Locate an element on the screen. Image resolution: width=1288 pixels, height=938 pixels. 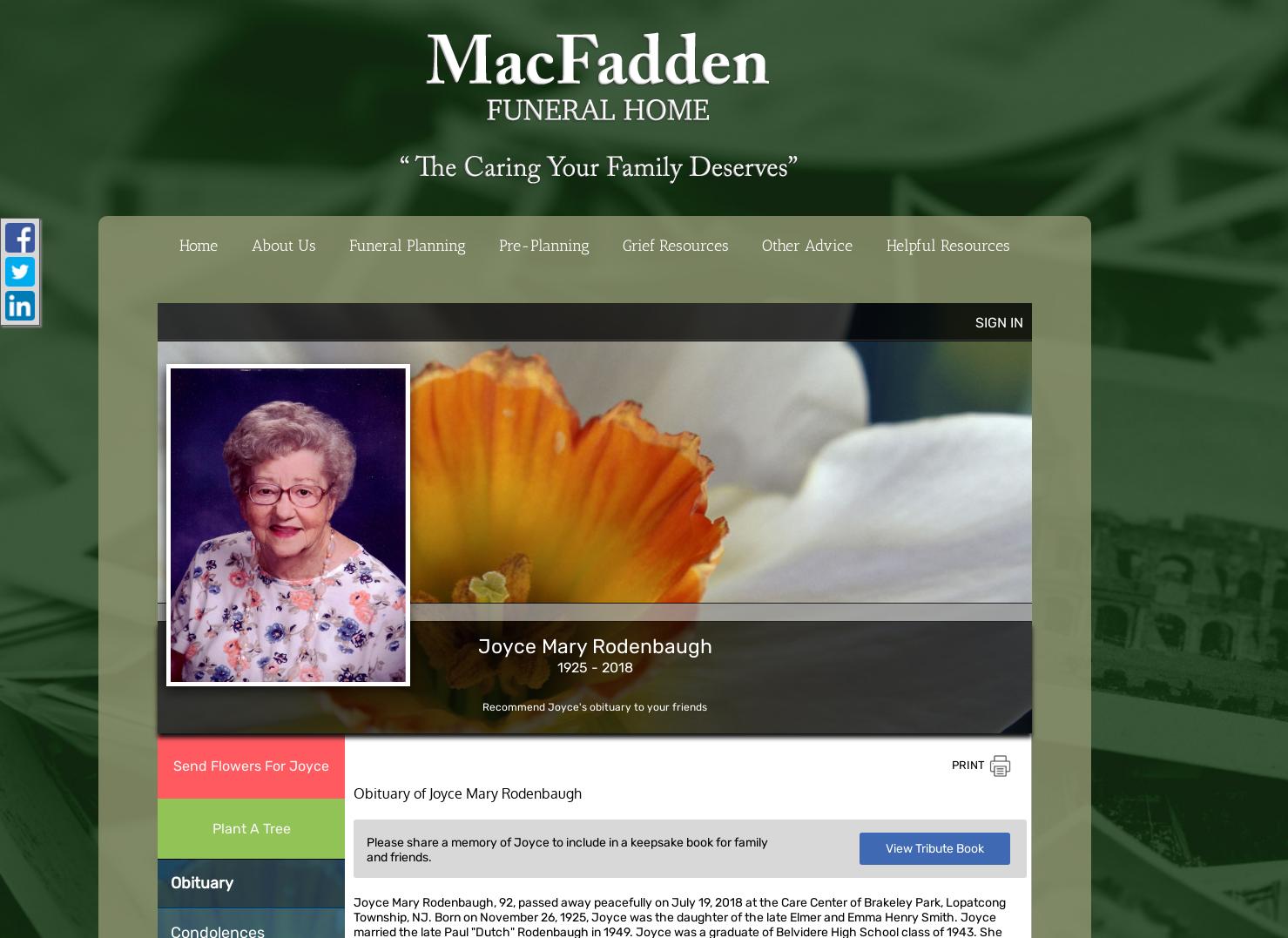
'Please share a memory of Joyce to include in a keepsake book for family and friends.' is located at coordinates (567, 849).